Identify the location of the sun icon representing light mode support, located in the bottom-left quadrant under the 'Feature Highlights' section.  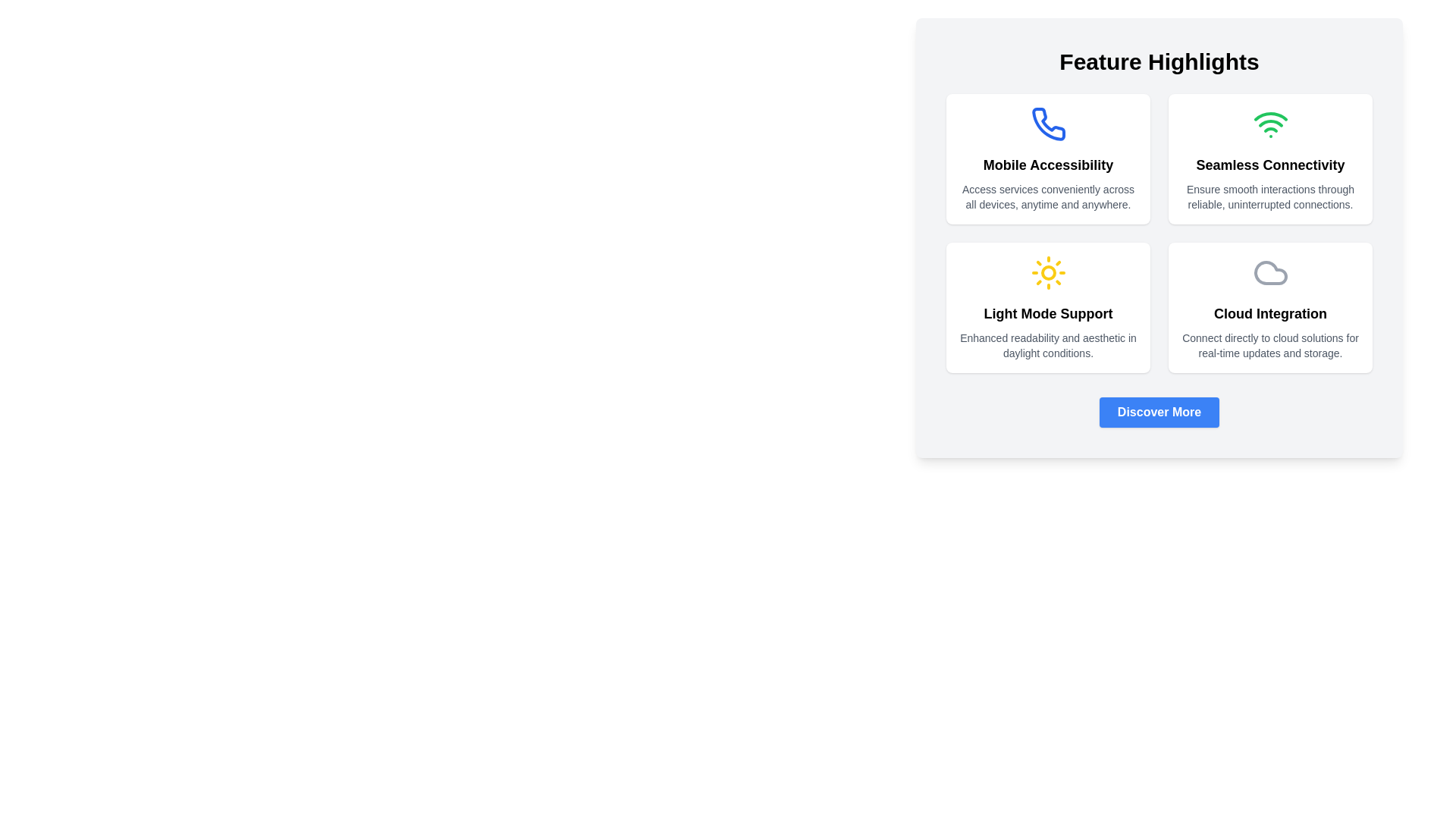
(1047, 271).